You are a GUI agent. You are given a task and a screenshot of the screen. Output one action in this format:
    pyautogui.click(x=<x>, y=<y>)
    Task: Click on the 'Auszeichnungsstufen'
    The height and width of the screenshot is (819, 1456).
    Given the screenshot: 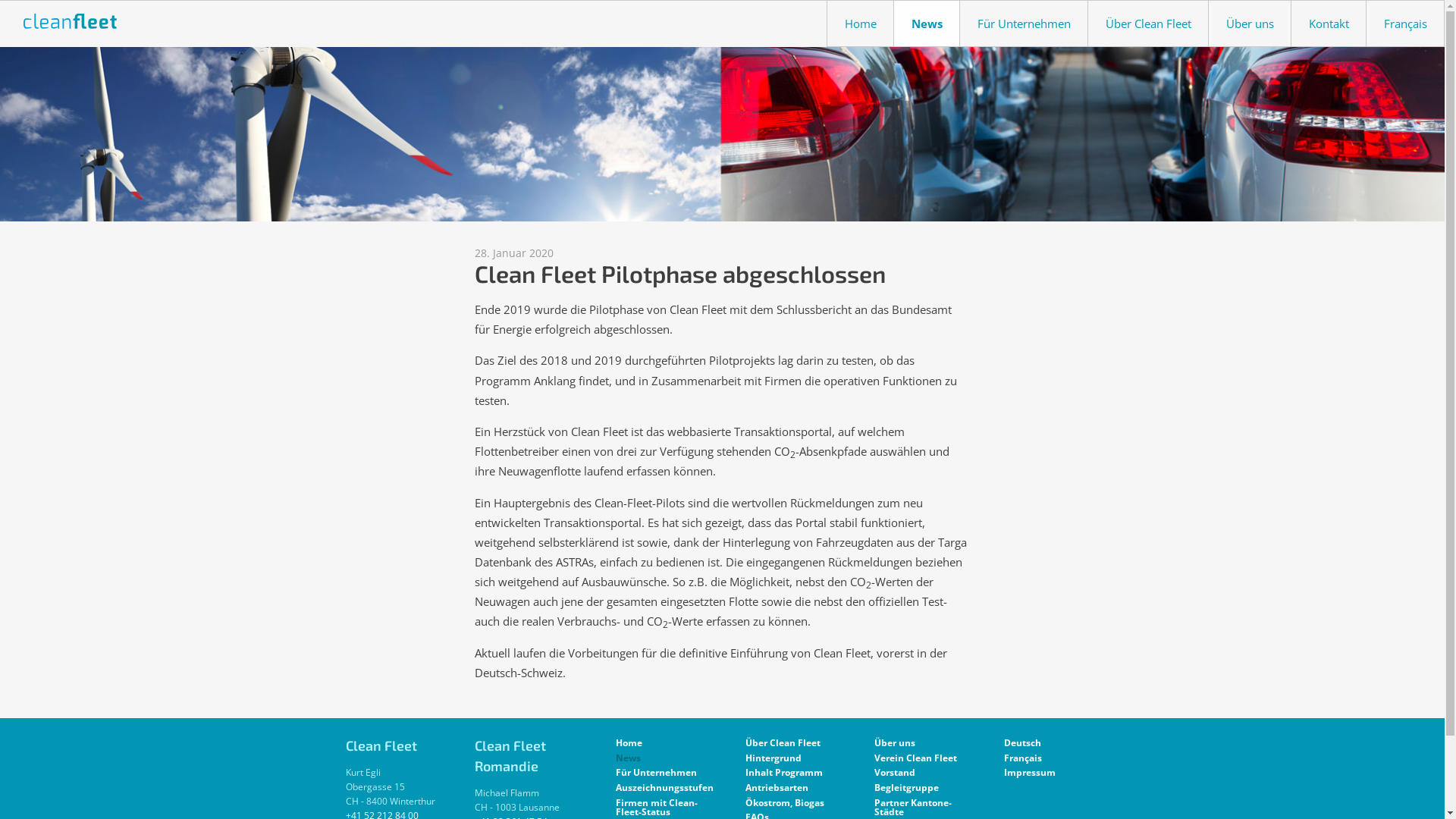 What is the action you would take?
    pyautogui.click(x=657, y=786)
    